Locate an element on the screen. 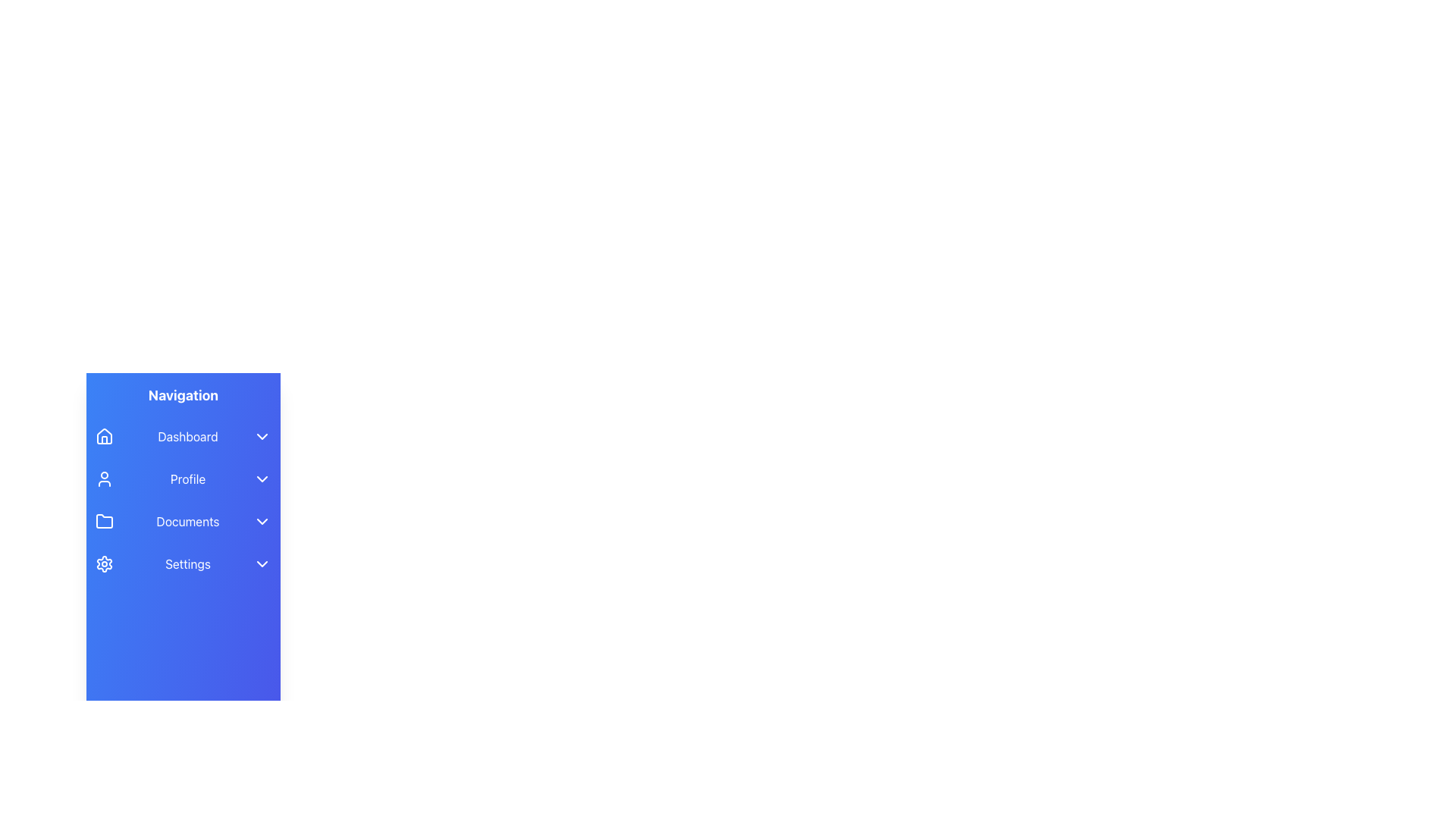  the 'Documents' icon in the navigation menu, which is located to the left of the text labeled 'Documents' is located at coordinates (104, 520).